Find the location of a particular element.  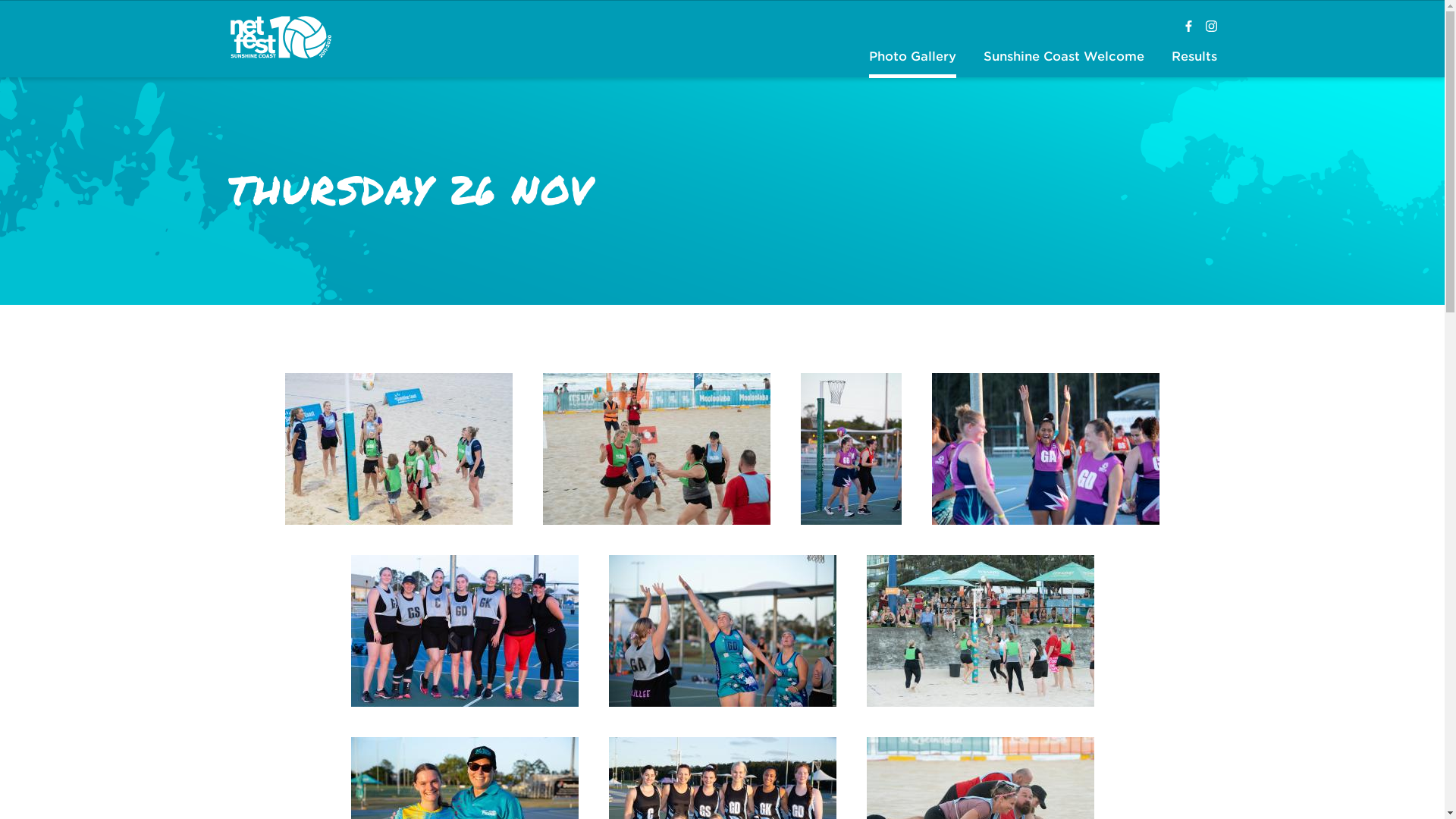

'Sunshine Coast Welcome' is located at coordinates (1062, 57).